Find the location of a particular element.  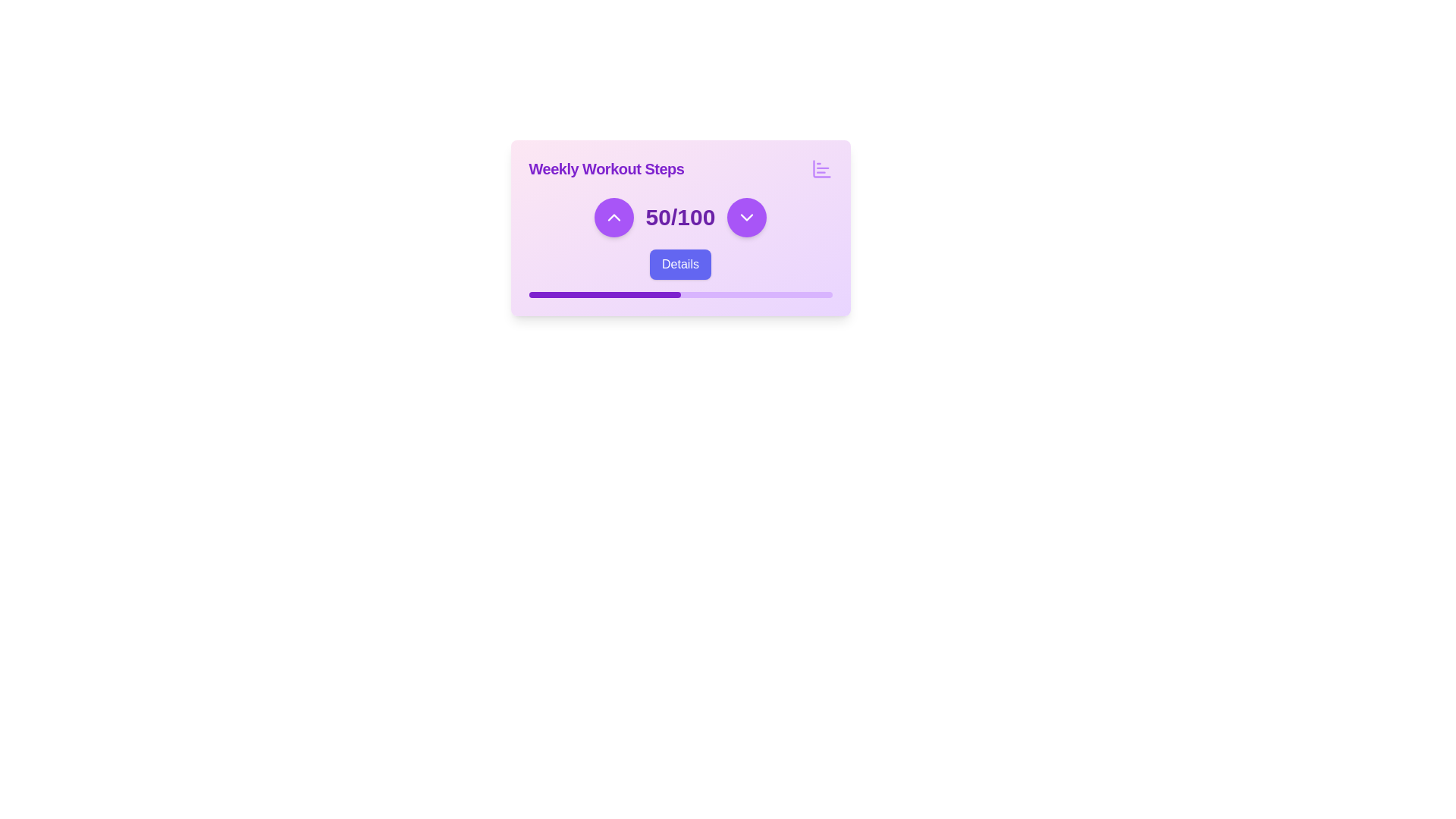

the purple bar chart icon located in the top-right corner of the 'Weekly Workout Steps' card, which features three horizontal lines of varying lengths is located at coordinates (821, 169).